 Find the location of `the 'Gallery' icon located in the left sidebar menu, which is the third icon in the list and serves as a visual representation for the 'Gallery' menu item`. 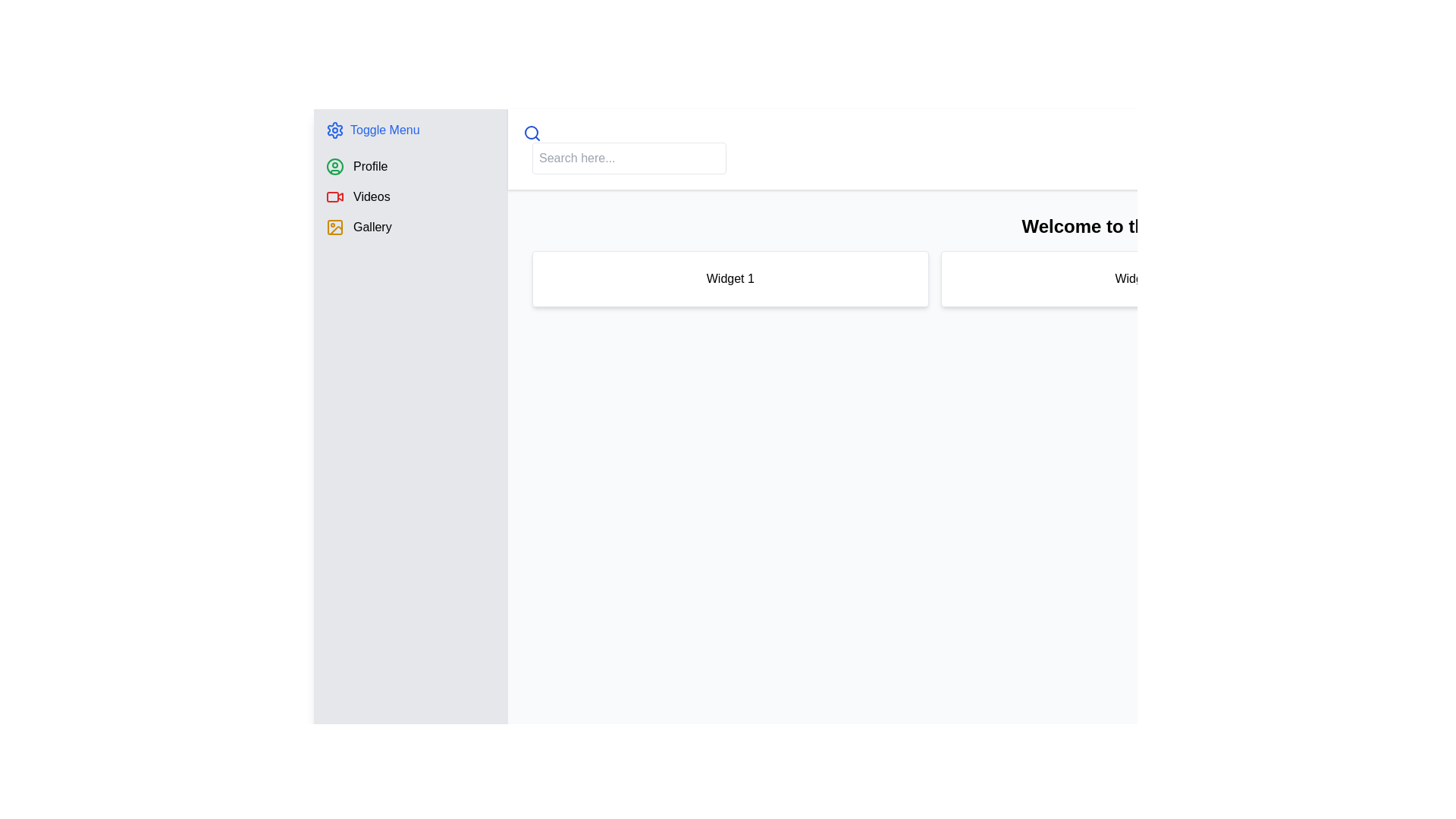

the 'Gallery' icon located in the left sidebar menu, which is the third icon in the list and serves as a visual representation for the 'Gallery' menu item is located at coordinates (334, 227).